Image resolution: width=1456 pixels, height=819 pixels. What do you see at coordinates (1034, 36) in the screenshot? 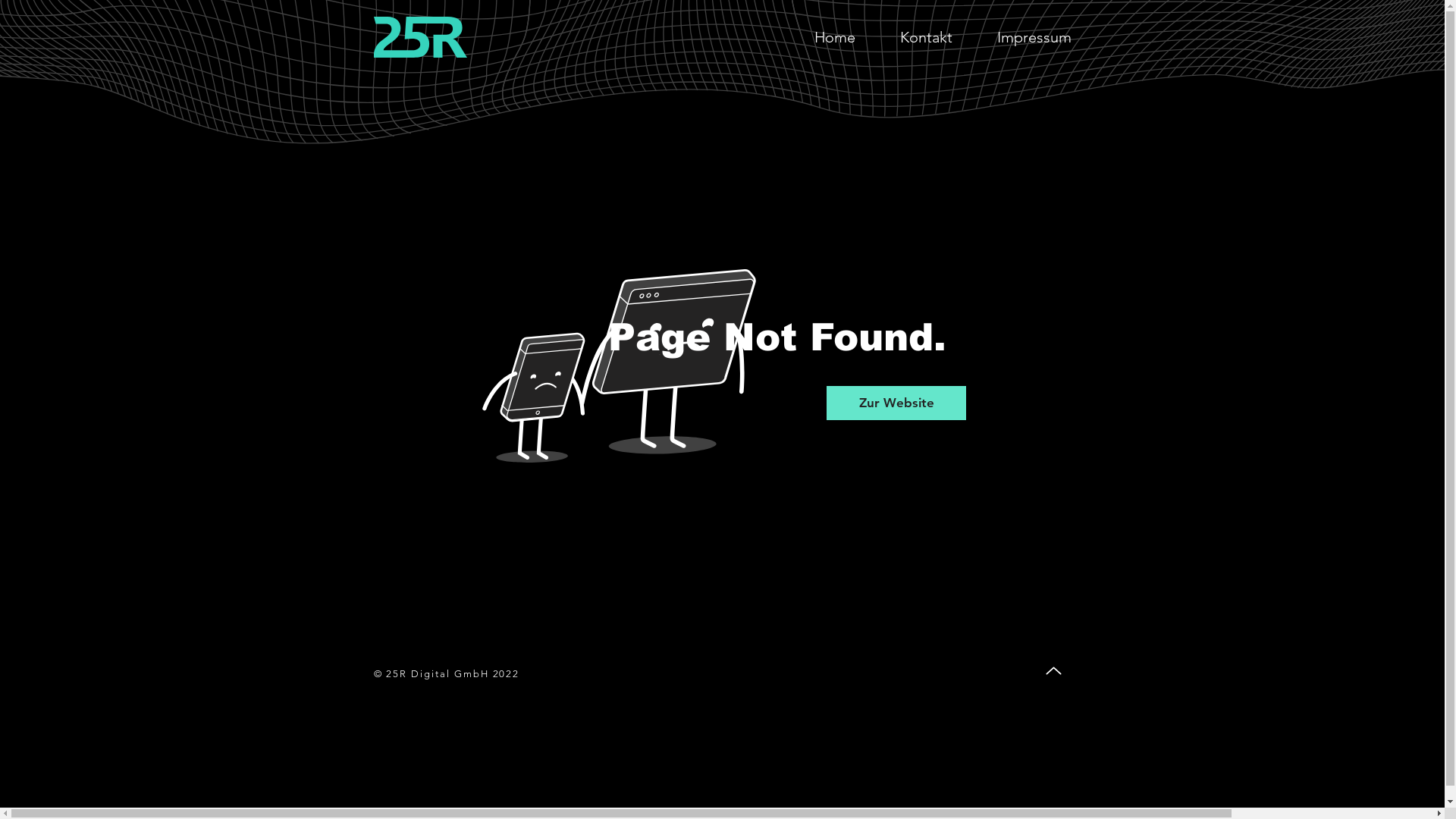
I see `'Impressum'` at bounding box center [1034, 36].